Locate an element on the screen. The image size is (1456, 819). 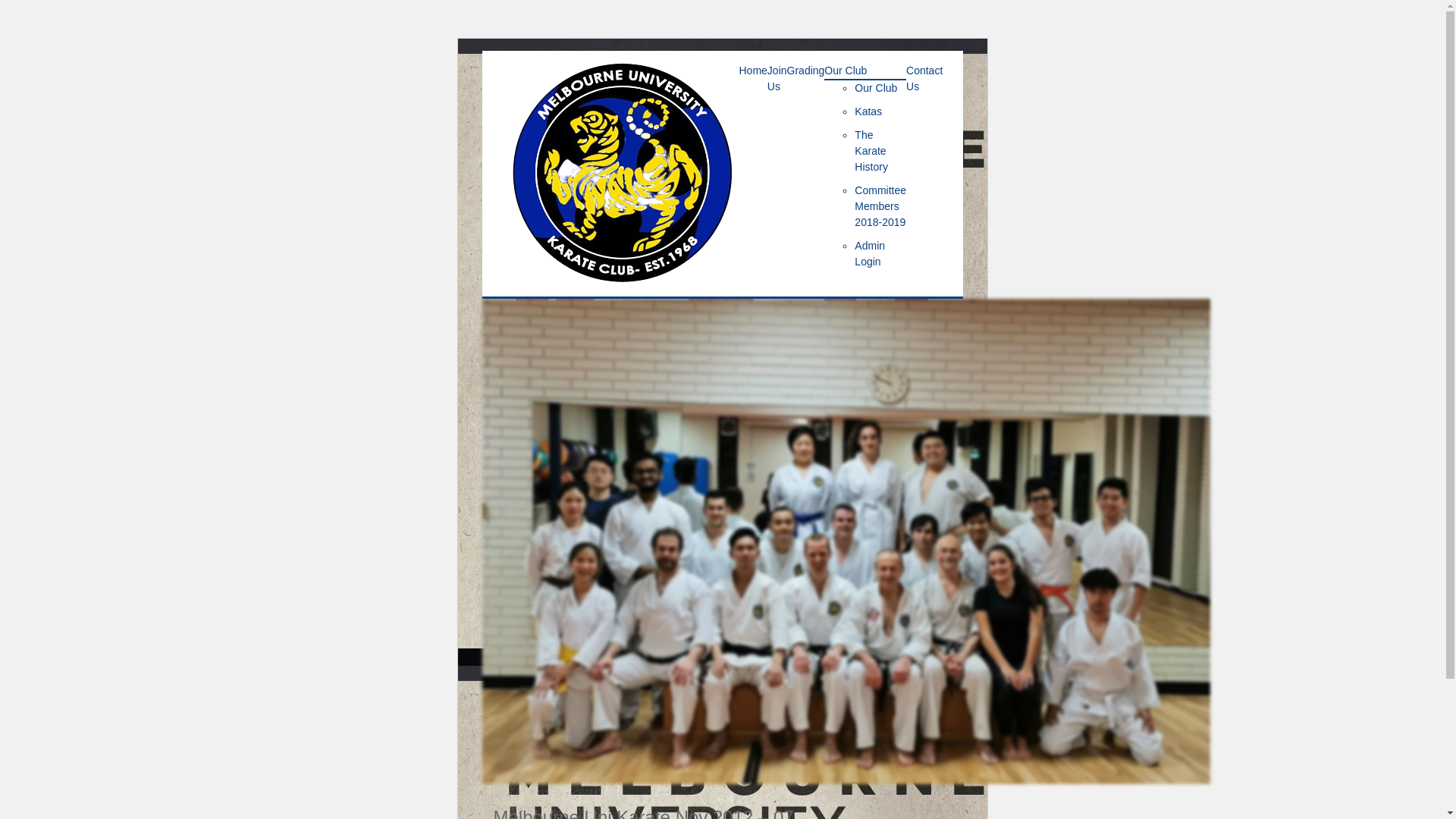
'Home' is located at coordinates (752, 70).